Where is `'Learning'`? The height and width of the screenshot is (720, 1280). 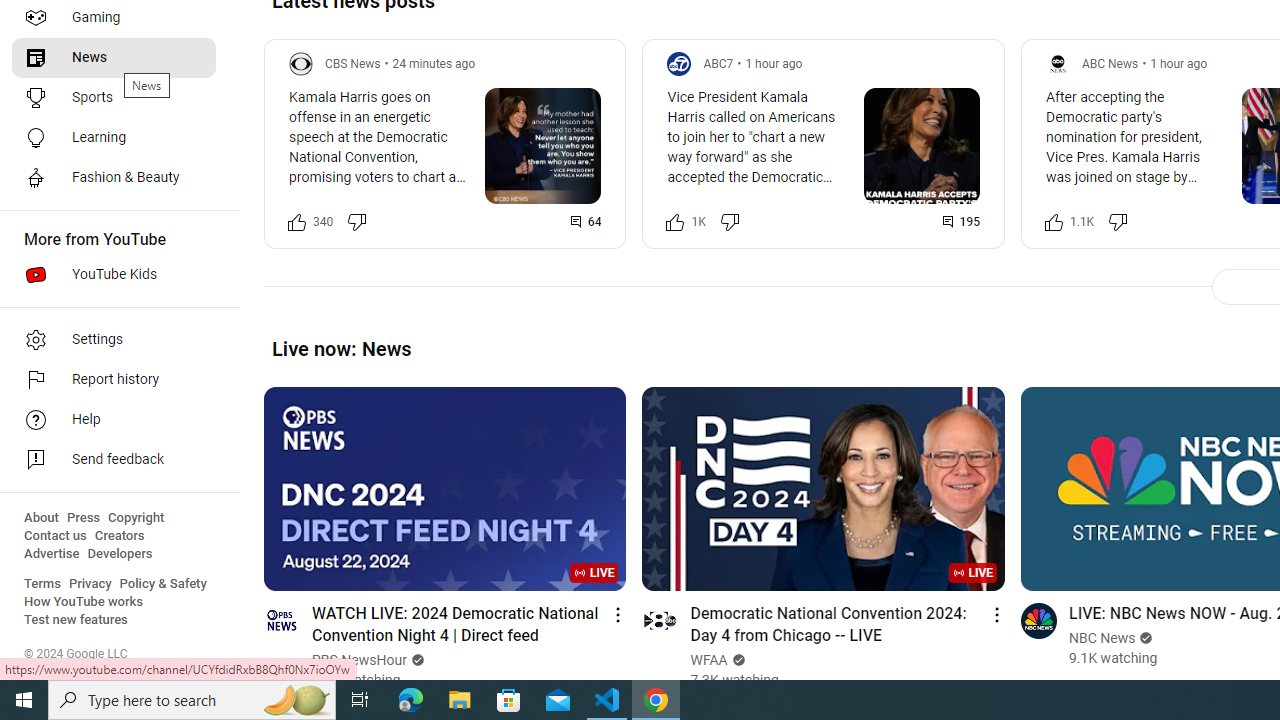 'Learning' is located at coordinates (112, 136).